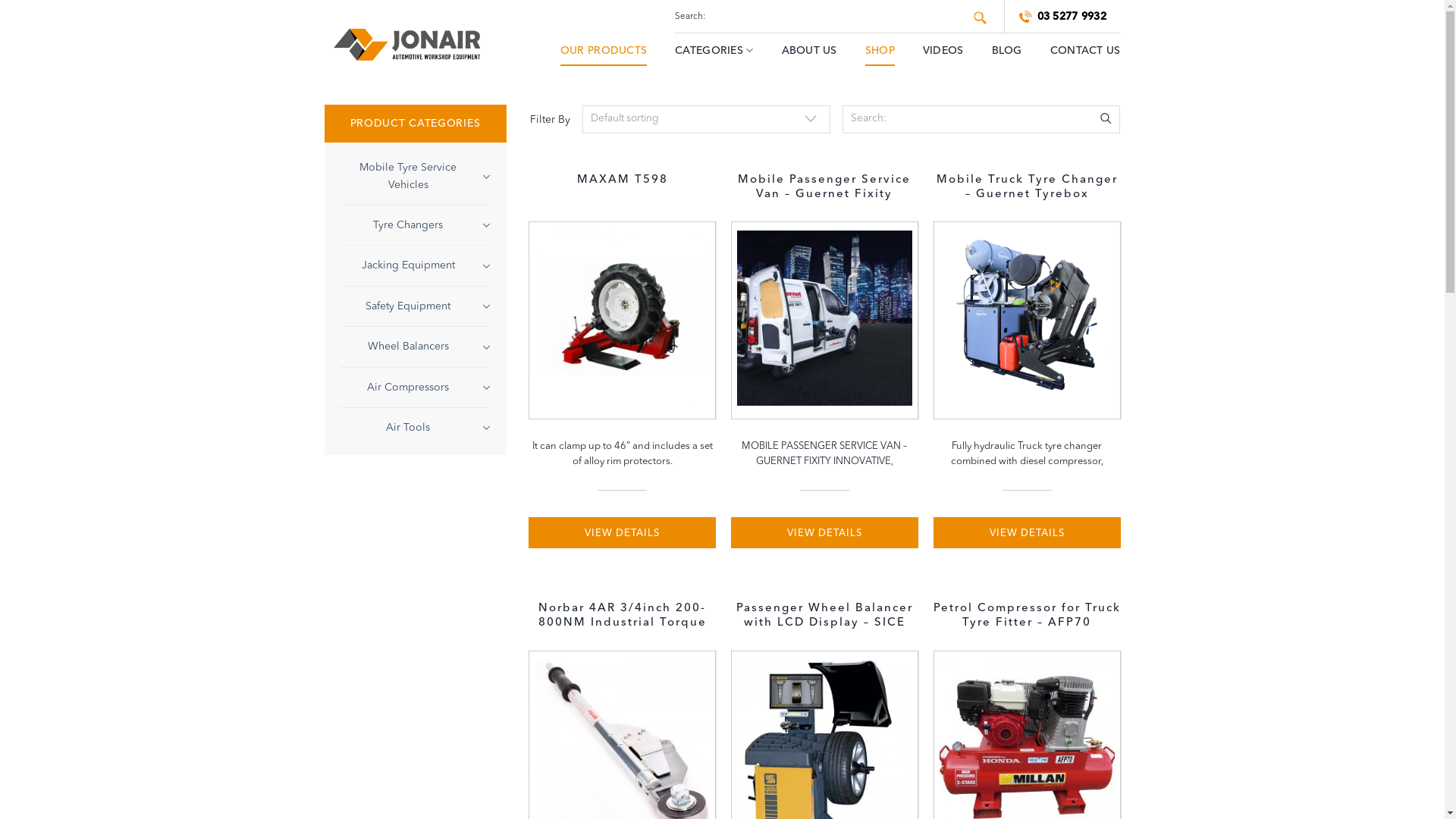  I want to click on 'CONTACT US', so click(1084, 49).